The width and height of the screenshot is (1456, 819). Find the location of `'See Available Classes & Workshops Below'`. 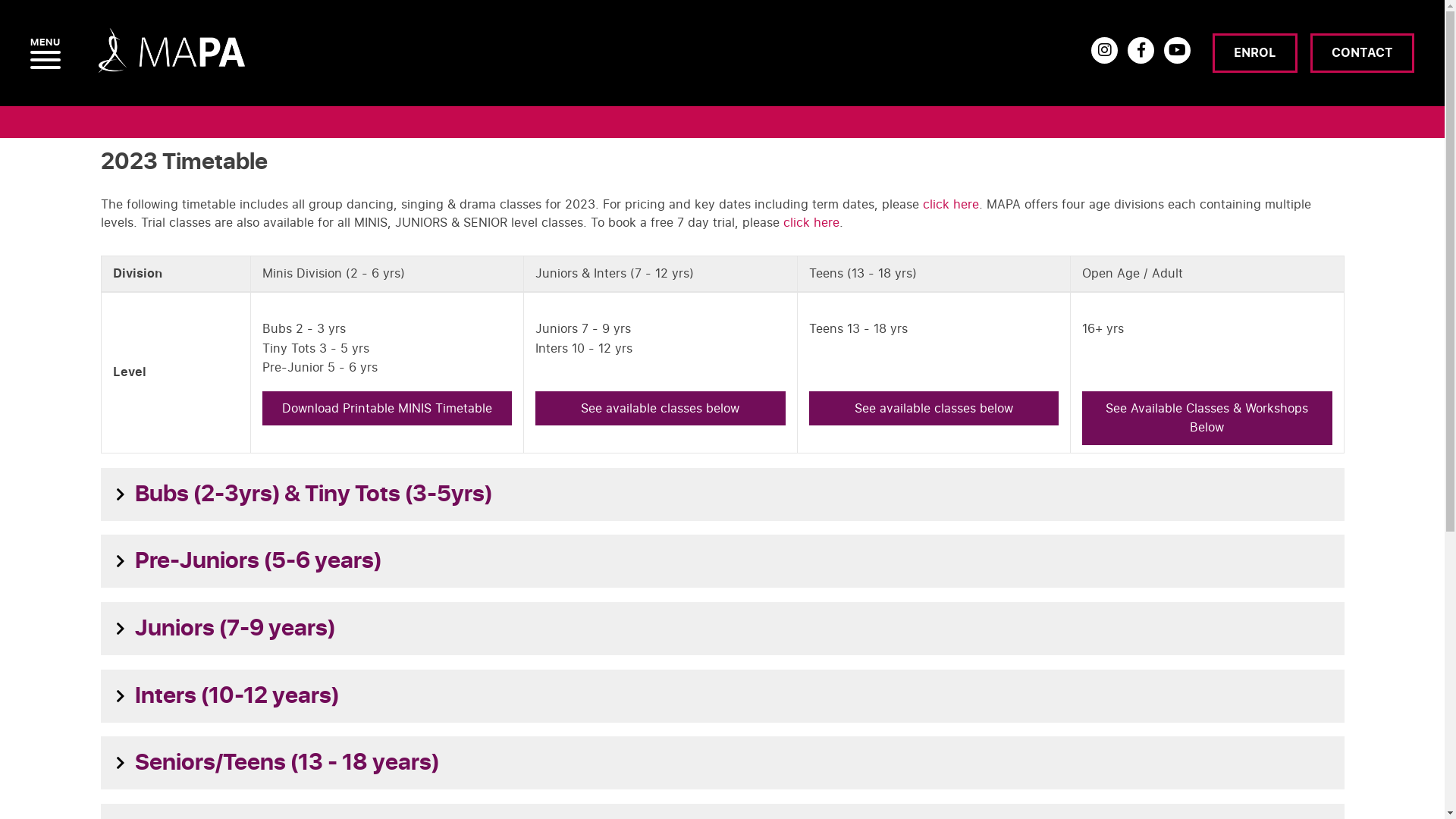

'See Available Classes & Workshops Below' is located at coordinates (1206, 418).